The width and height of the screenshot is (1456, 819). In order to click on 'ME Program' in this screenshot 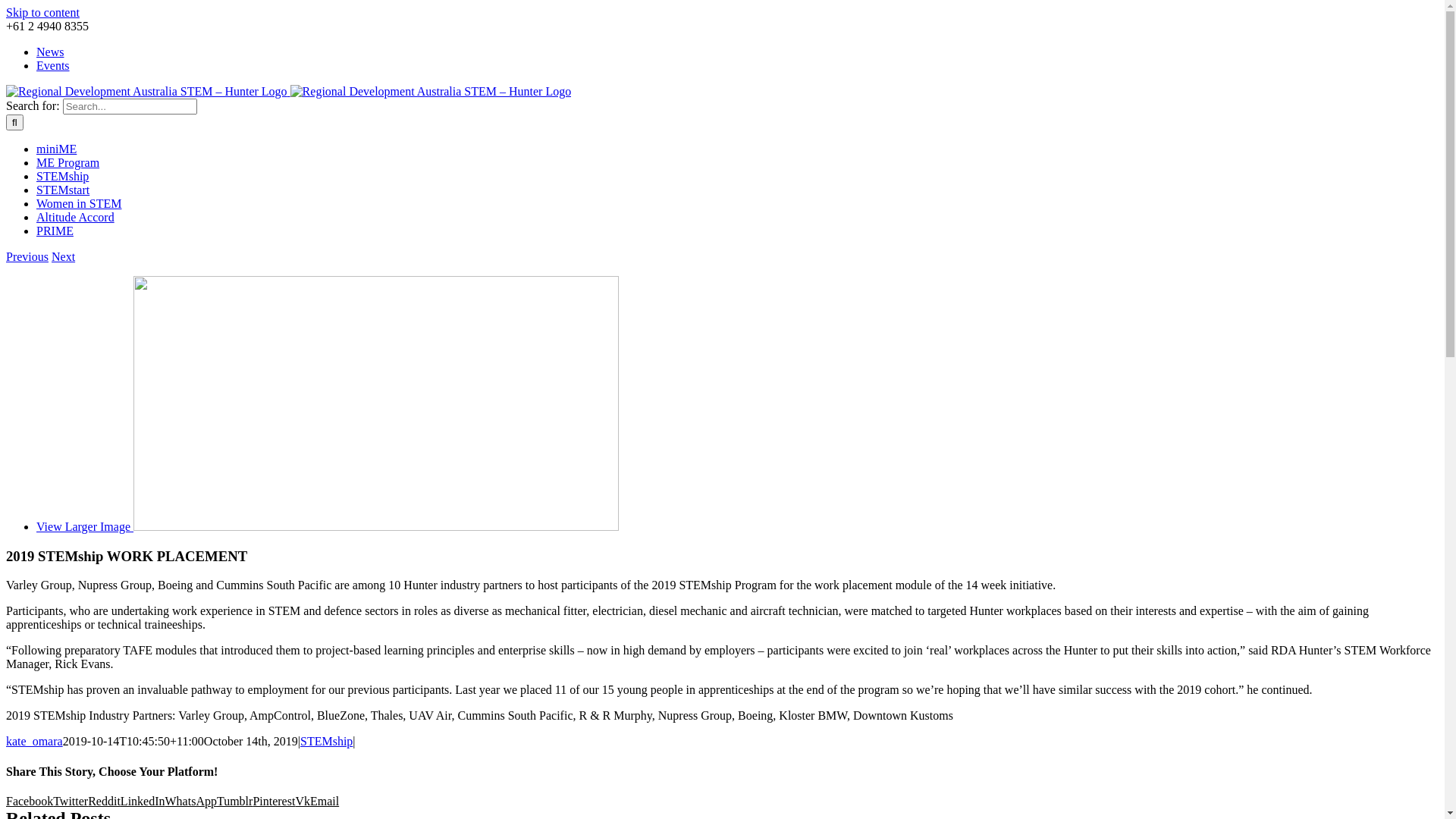, I will do `click(36, 162)`.